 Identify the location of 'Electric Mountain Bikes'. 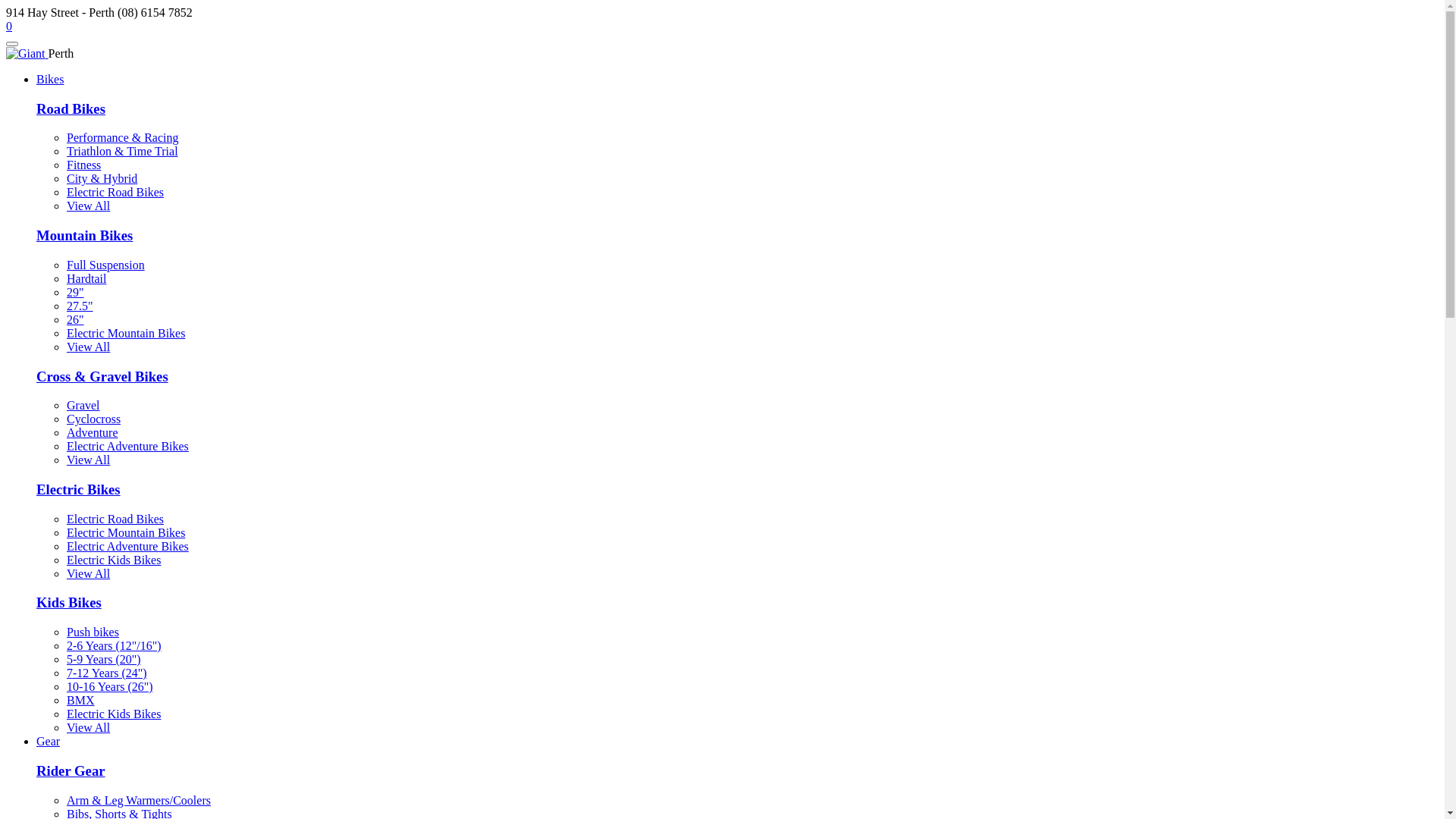
(126, 332).